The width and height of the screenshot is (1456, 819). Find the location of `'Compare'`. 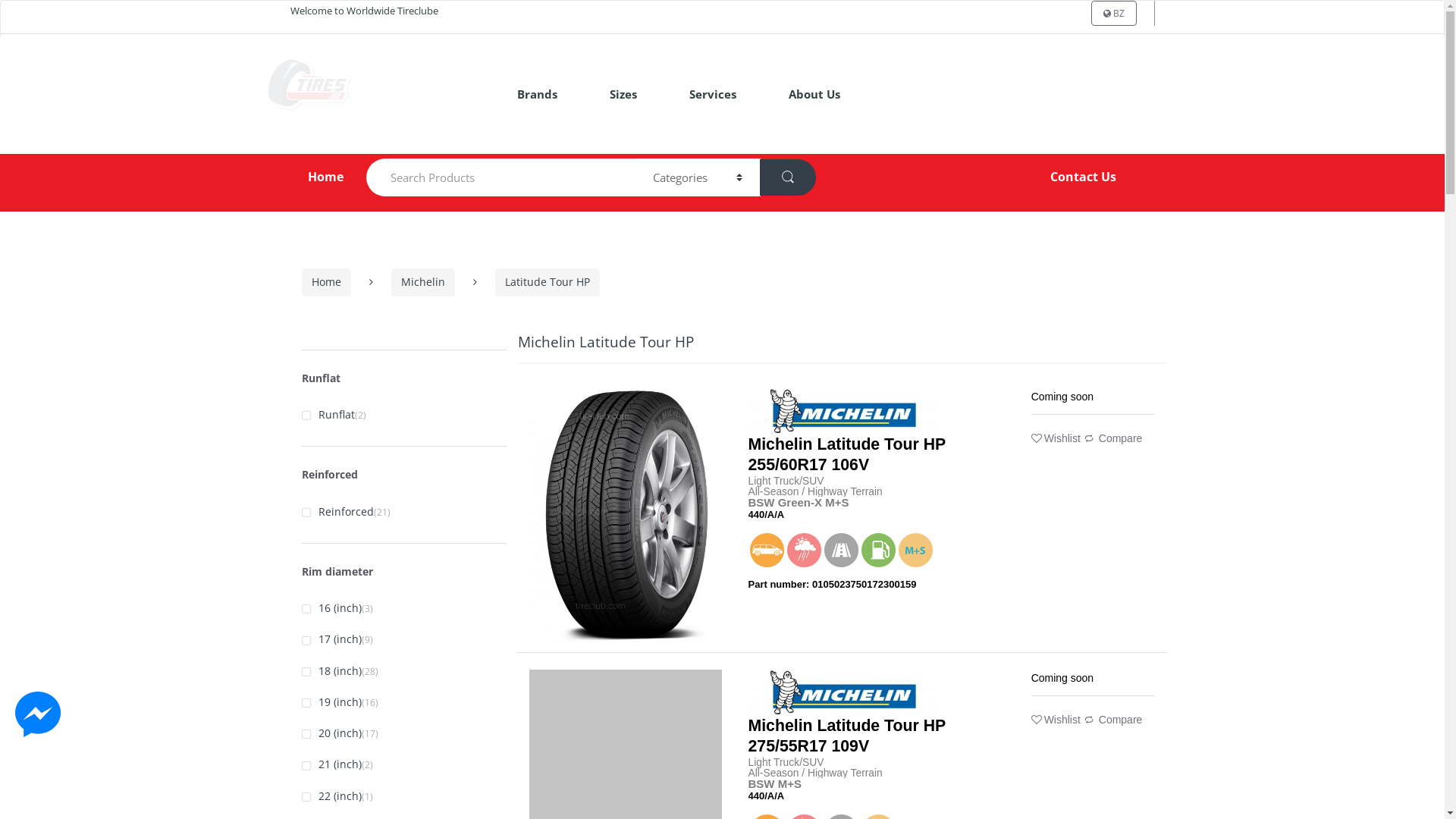

'Compare' is located at coordinates (1113, 438).